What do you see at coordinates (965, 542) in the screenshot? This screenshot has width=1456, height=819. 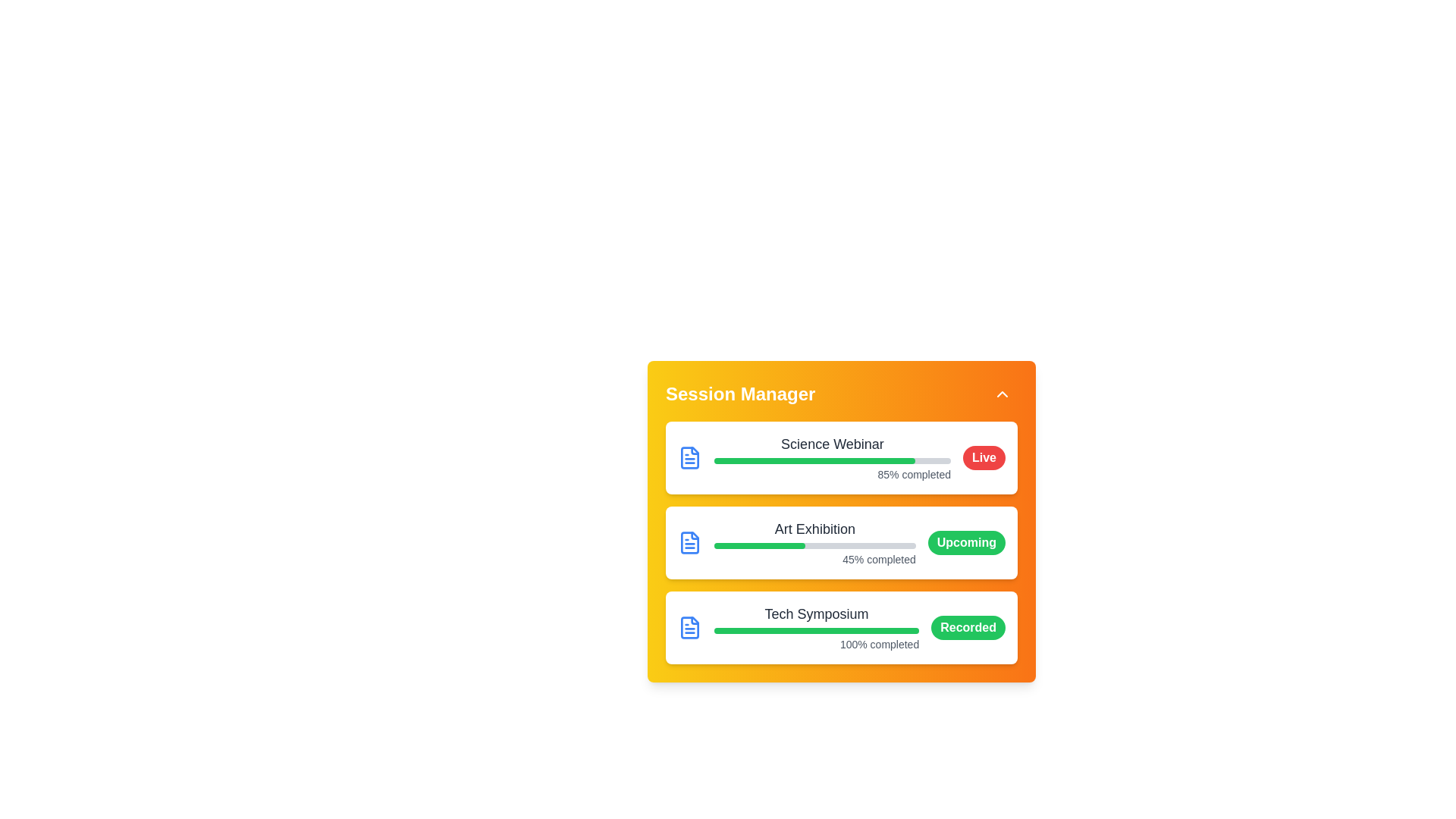 I see `status displayed on the small pill-shaped label with a green background and the text 'Upcoming' in white, bold font, located in the second card of the events list` at bounding box center [965, 542].